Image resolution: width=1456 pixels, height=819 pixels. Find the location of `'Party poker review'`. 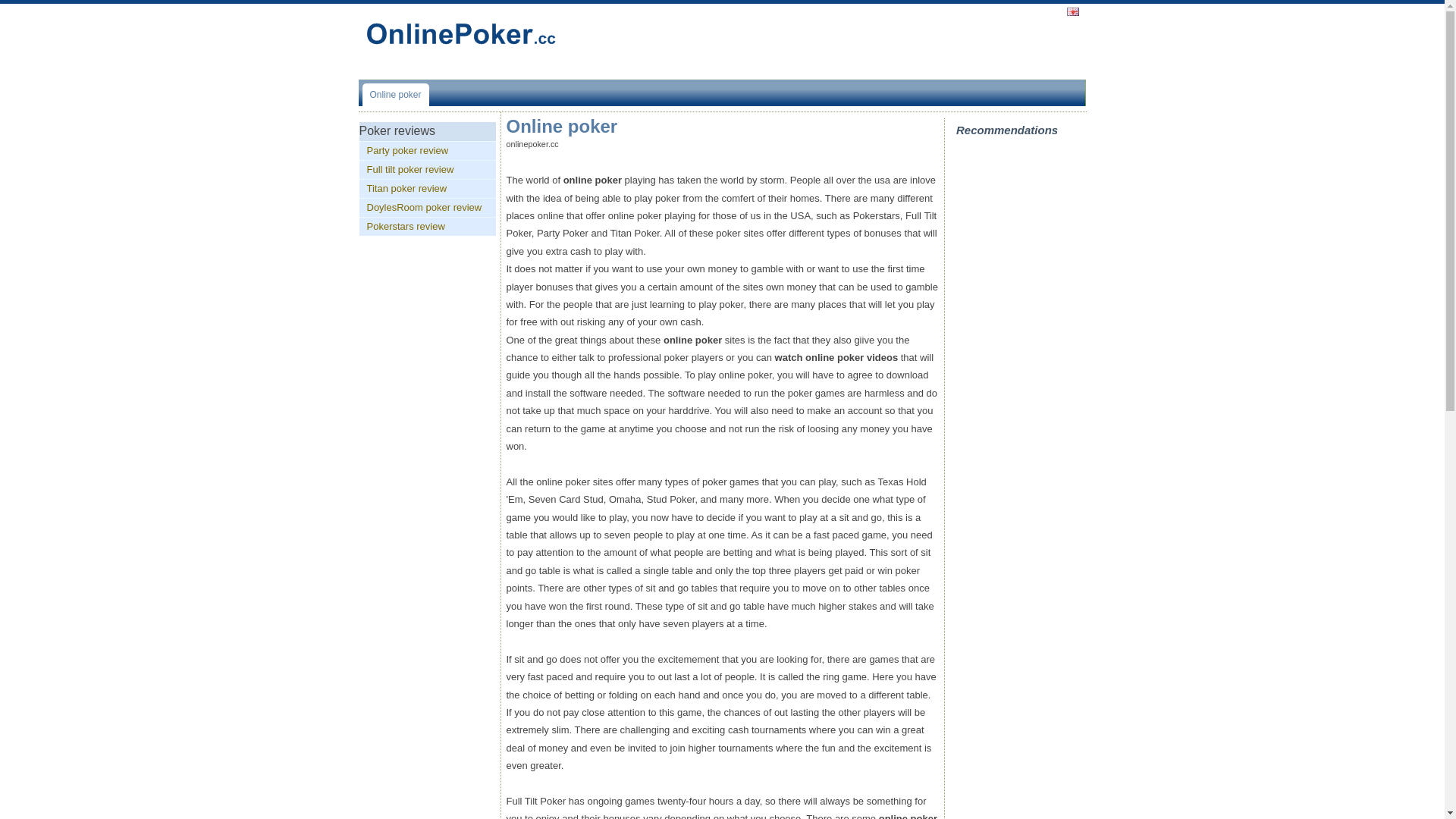

'Party poker review' is located at coordinates (427, 151).